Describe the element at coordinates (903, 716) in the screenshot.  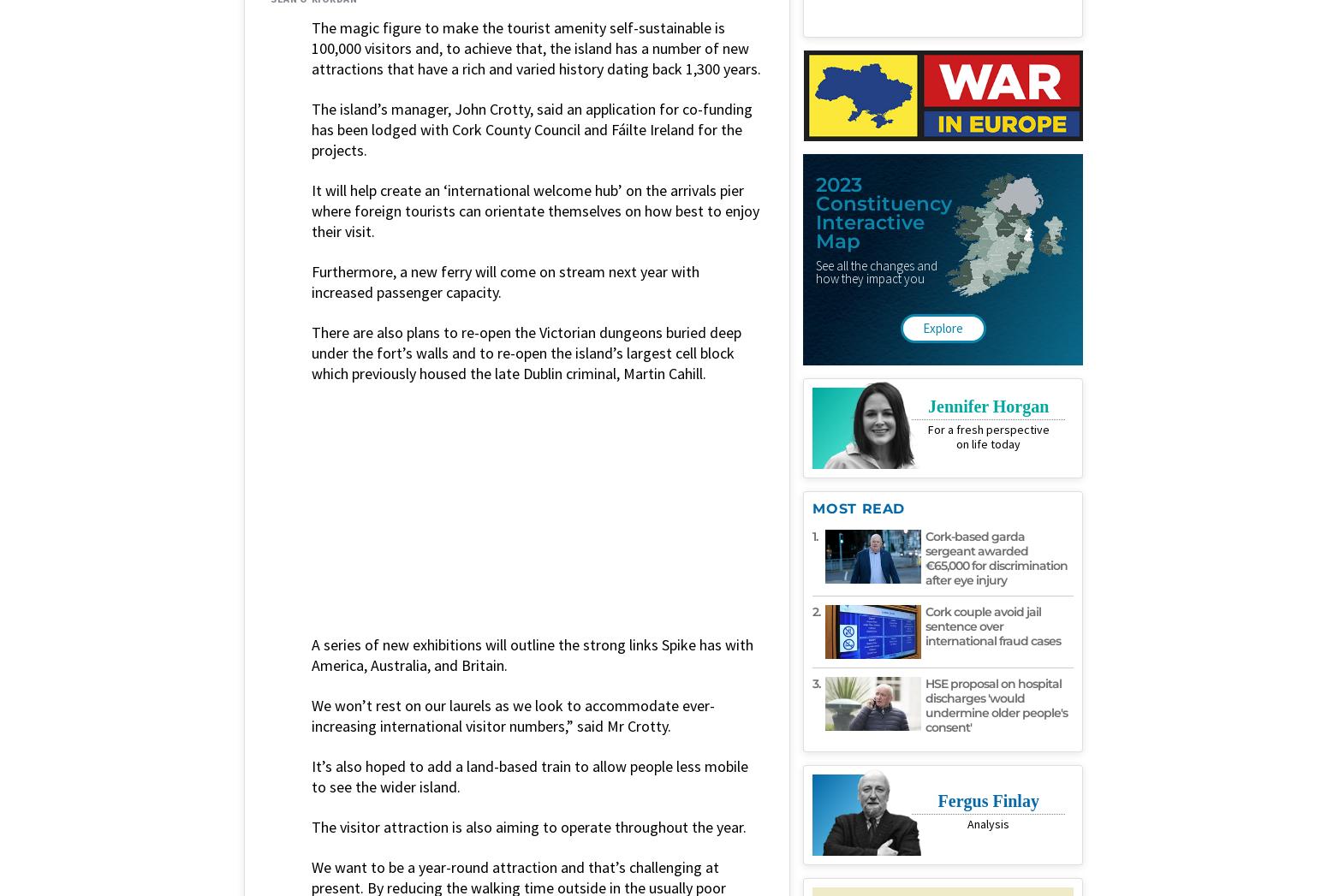
I see `'Newsletters'` at that location.